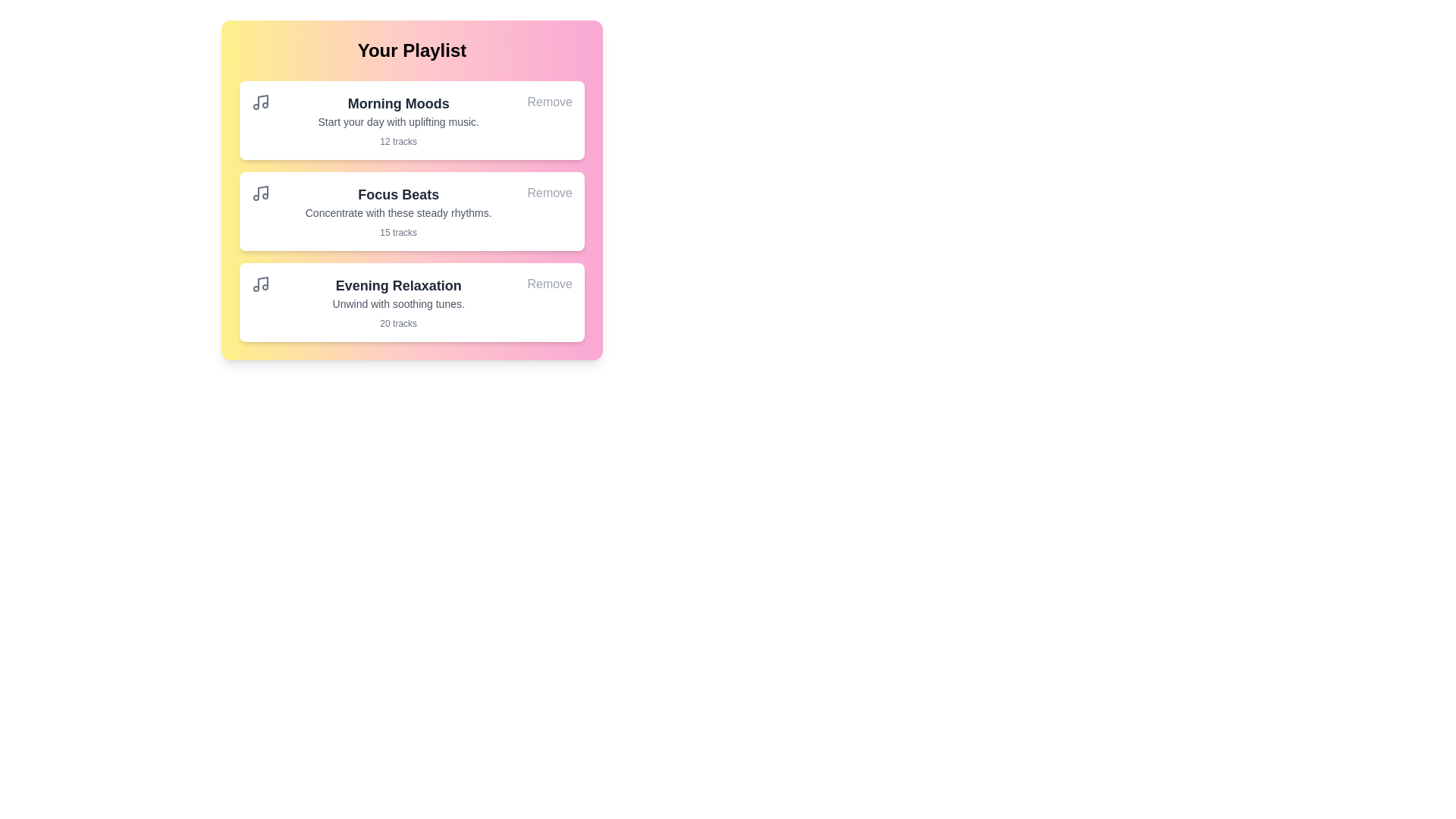 The height and width of the screenshot is (819, 1456). Describe the element at coordinates (548, 192) in the screenshot. I see `'Remove' button for the playlist 'Focus Beats'` at that location.